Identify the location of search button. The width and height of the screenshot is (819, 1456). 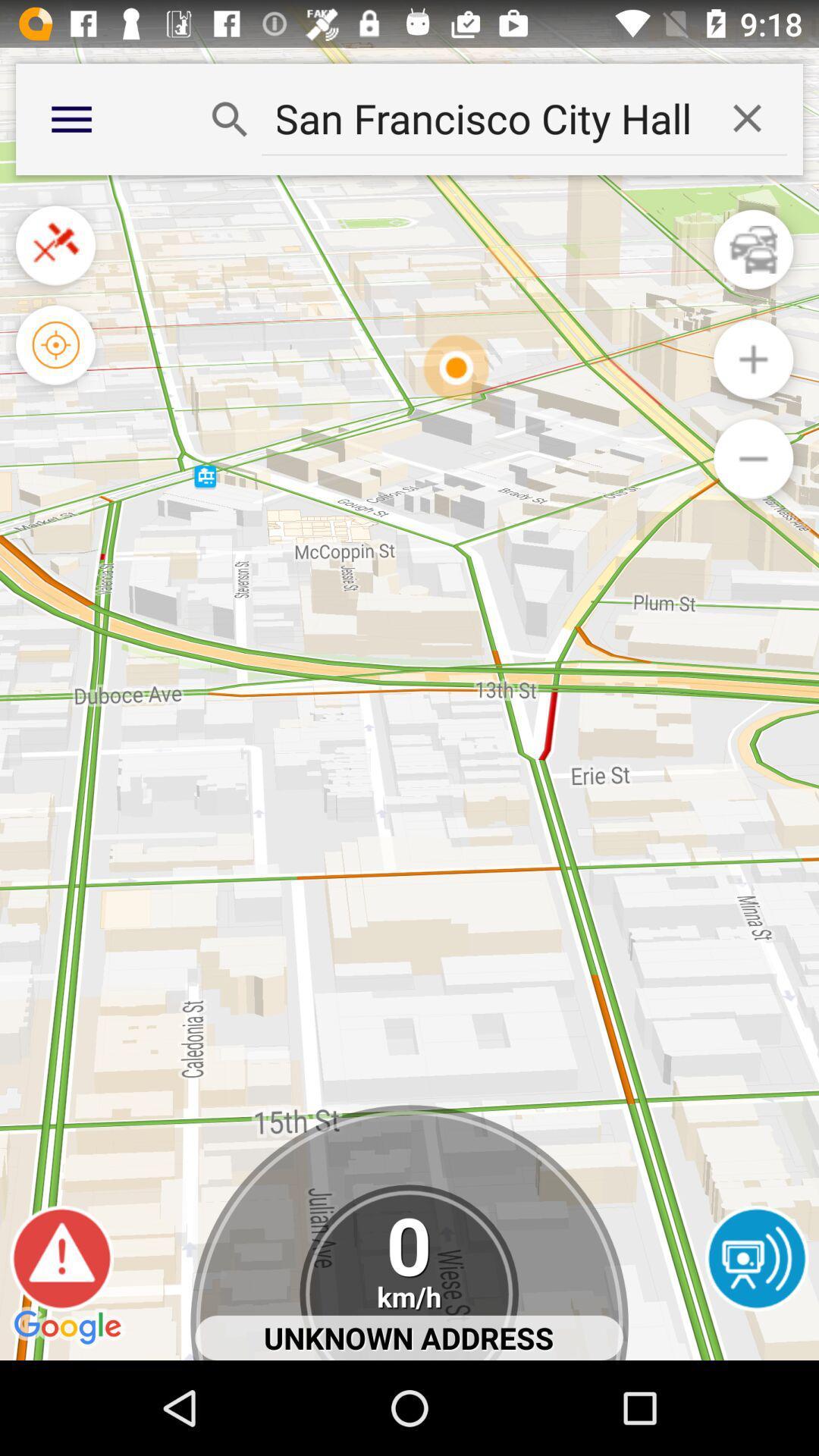
(230, 118).